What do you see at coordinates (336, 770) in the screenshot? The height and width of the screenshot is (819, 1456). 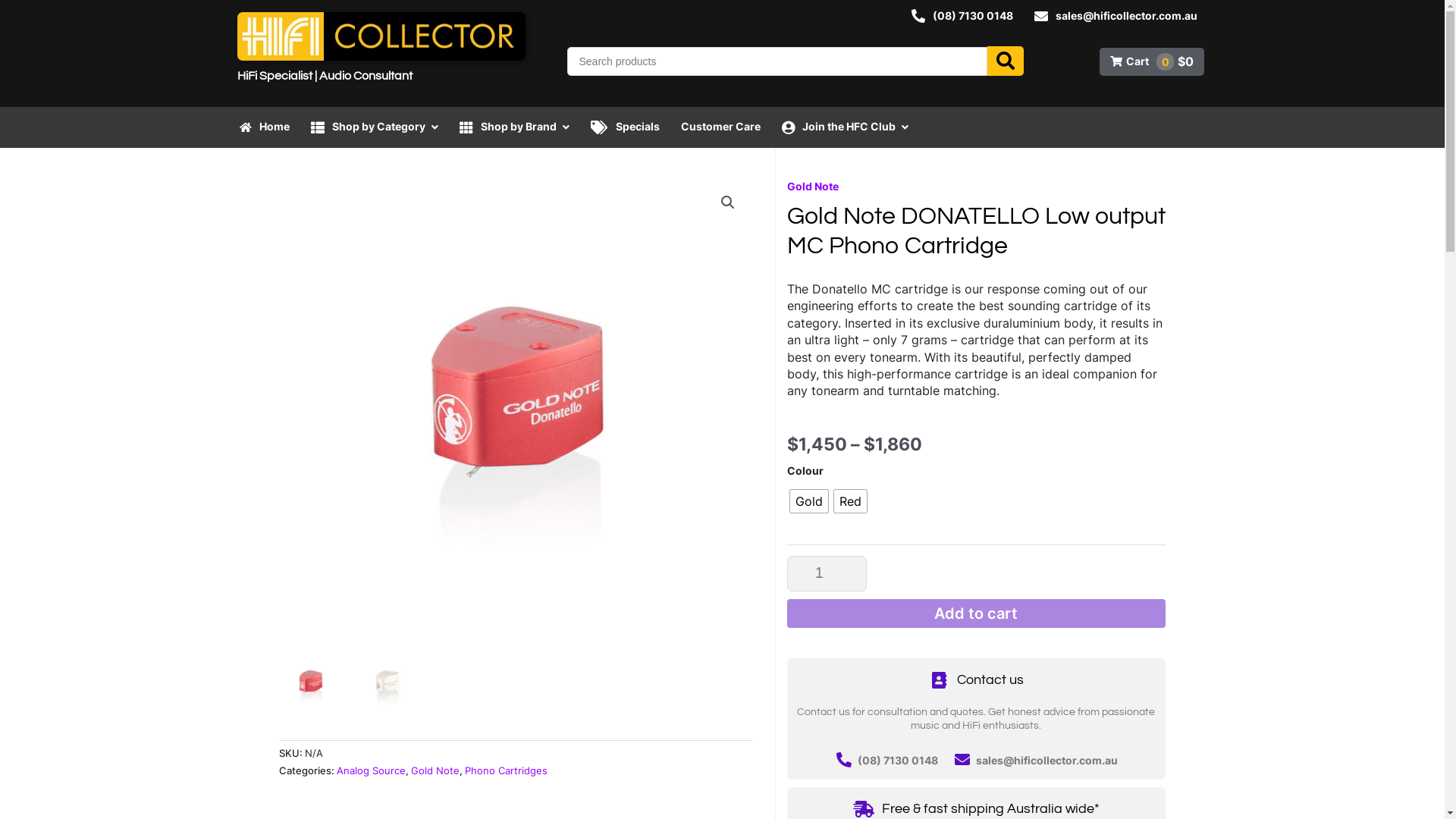 I see `'Analog Source'` at bounding box center [336, 770].